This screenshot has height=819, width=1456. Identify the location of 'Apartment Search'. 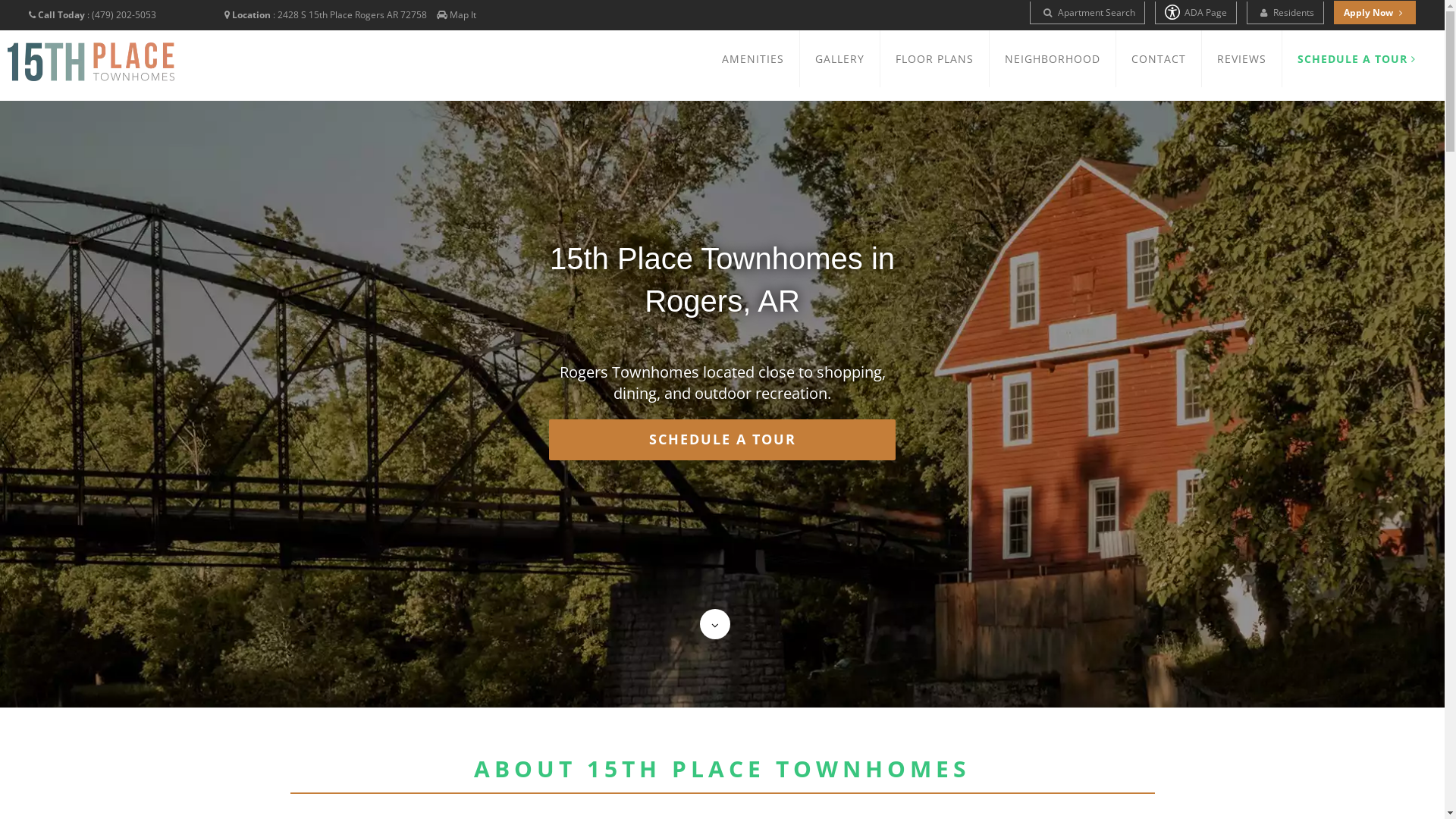
(1087, 12).